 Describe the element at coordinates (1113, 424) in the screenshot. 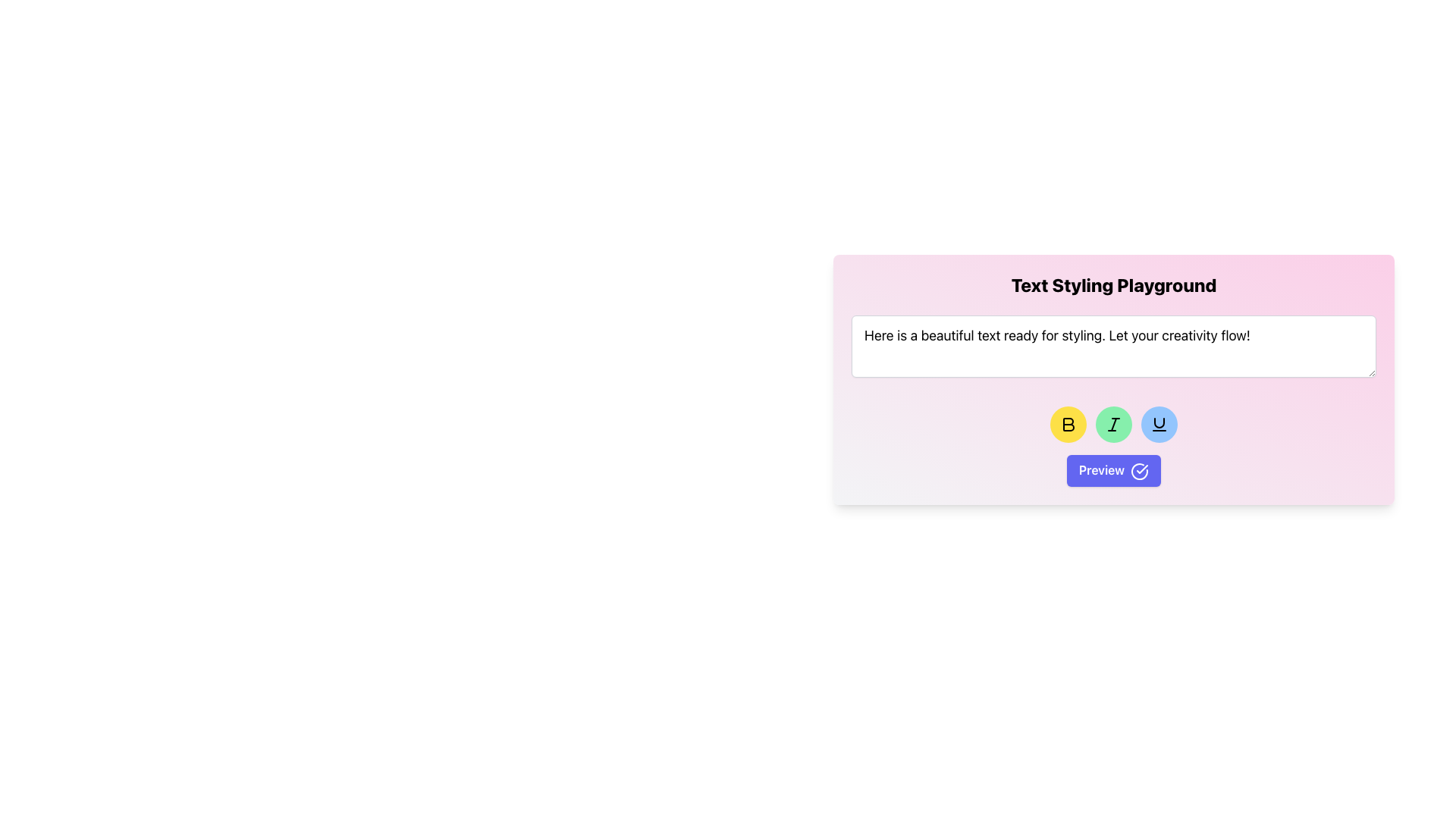

I see `the second button in the horizontal row of three buttons located below the main input text area in the 'Text Styling Playground' to apply italic formatting to the text` at that location.